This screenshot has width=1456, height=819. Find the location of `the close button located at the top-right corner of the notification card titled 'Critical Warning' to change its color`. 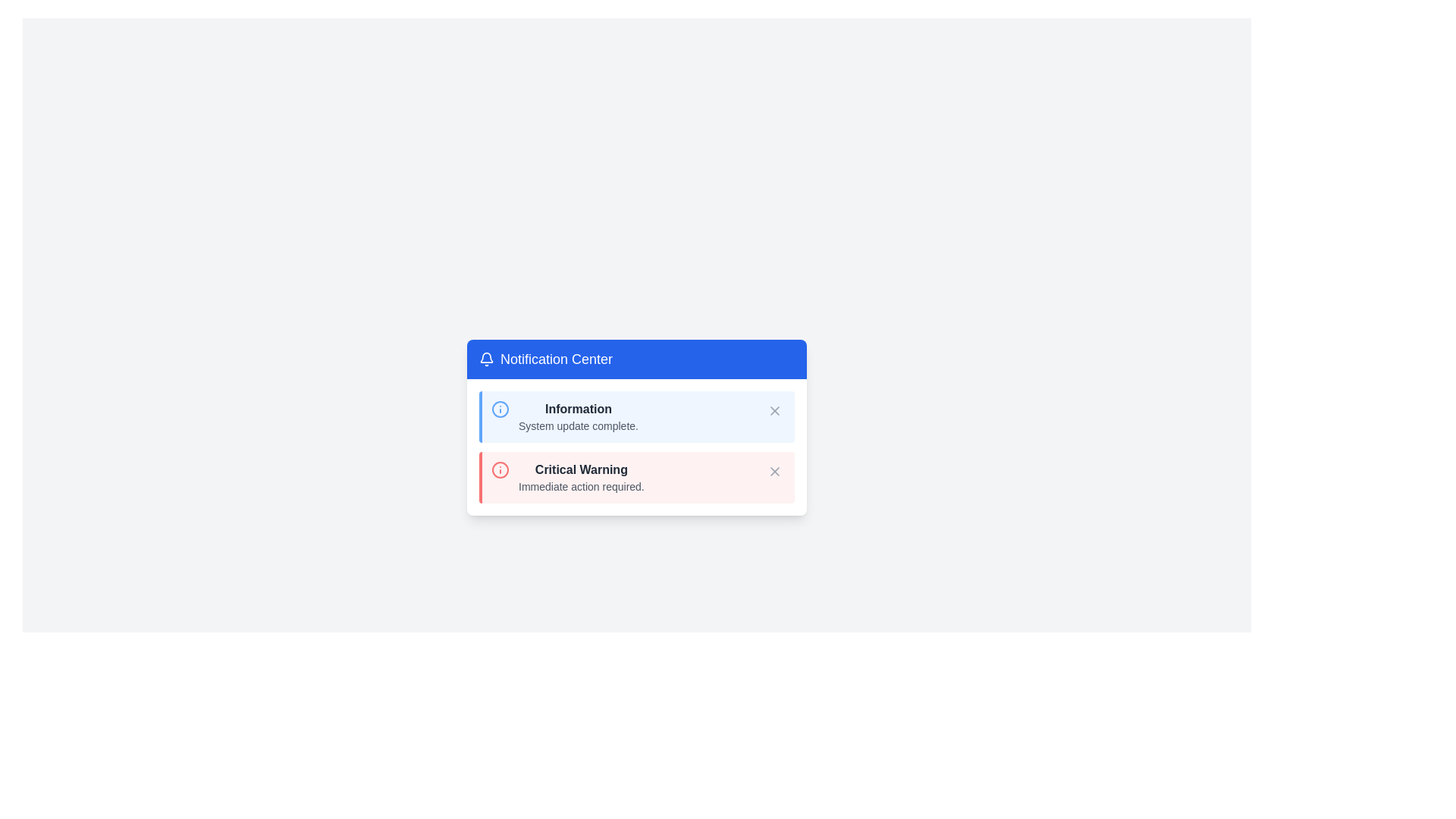

the close button located at the top-right corner of the notification card titled 'Critical Warning' to change its color is located at coordinates (775, 470).